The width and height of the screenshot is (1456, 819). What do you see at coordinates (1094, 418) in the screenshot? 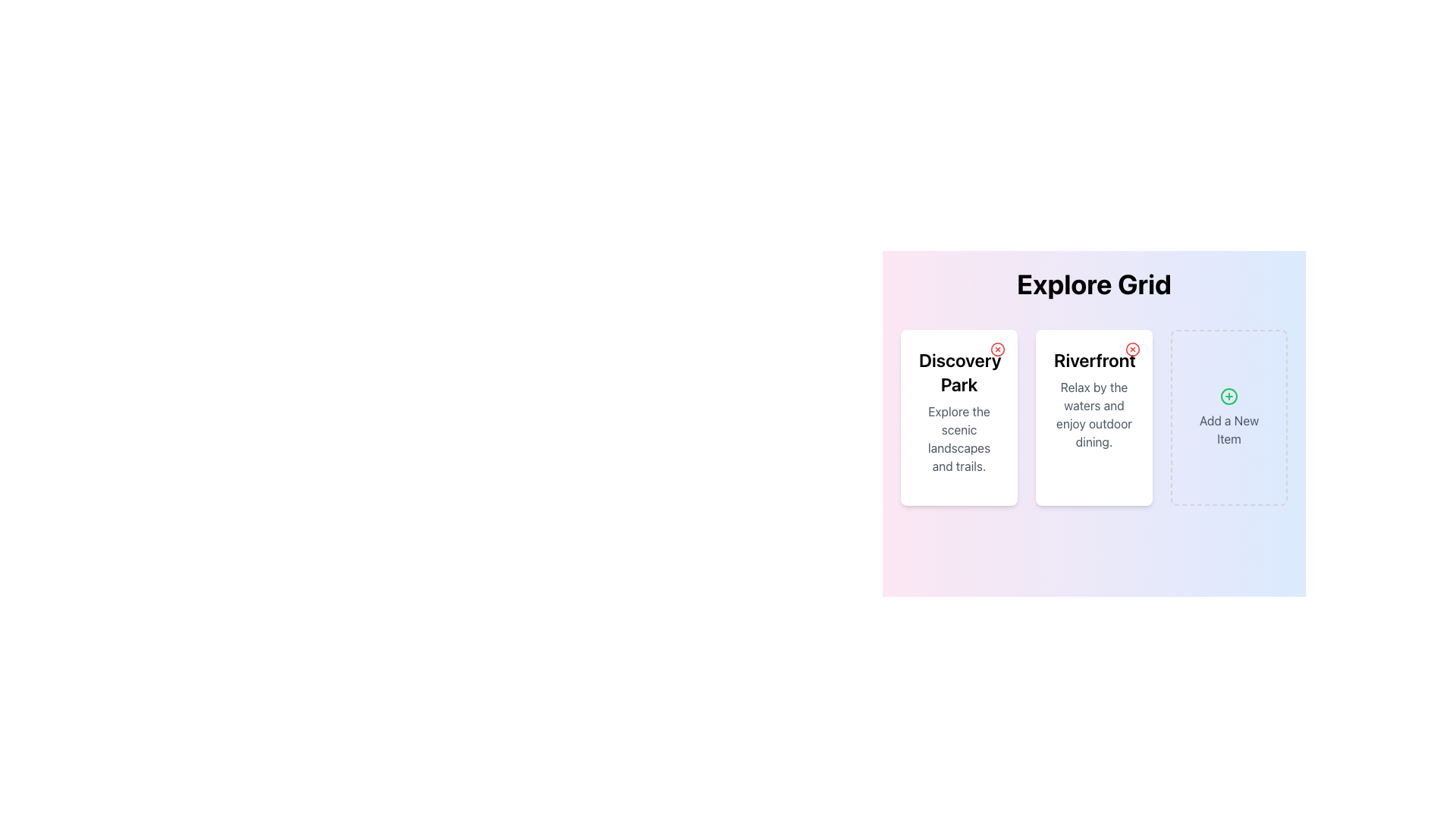
I see `information displayed on the 'Riverfront' Information Card, which is the middle card in a row of three cards located between 'Discovery Park' and 'Add a New Item'` at bounding box center [1094, 418].